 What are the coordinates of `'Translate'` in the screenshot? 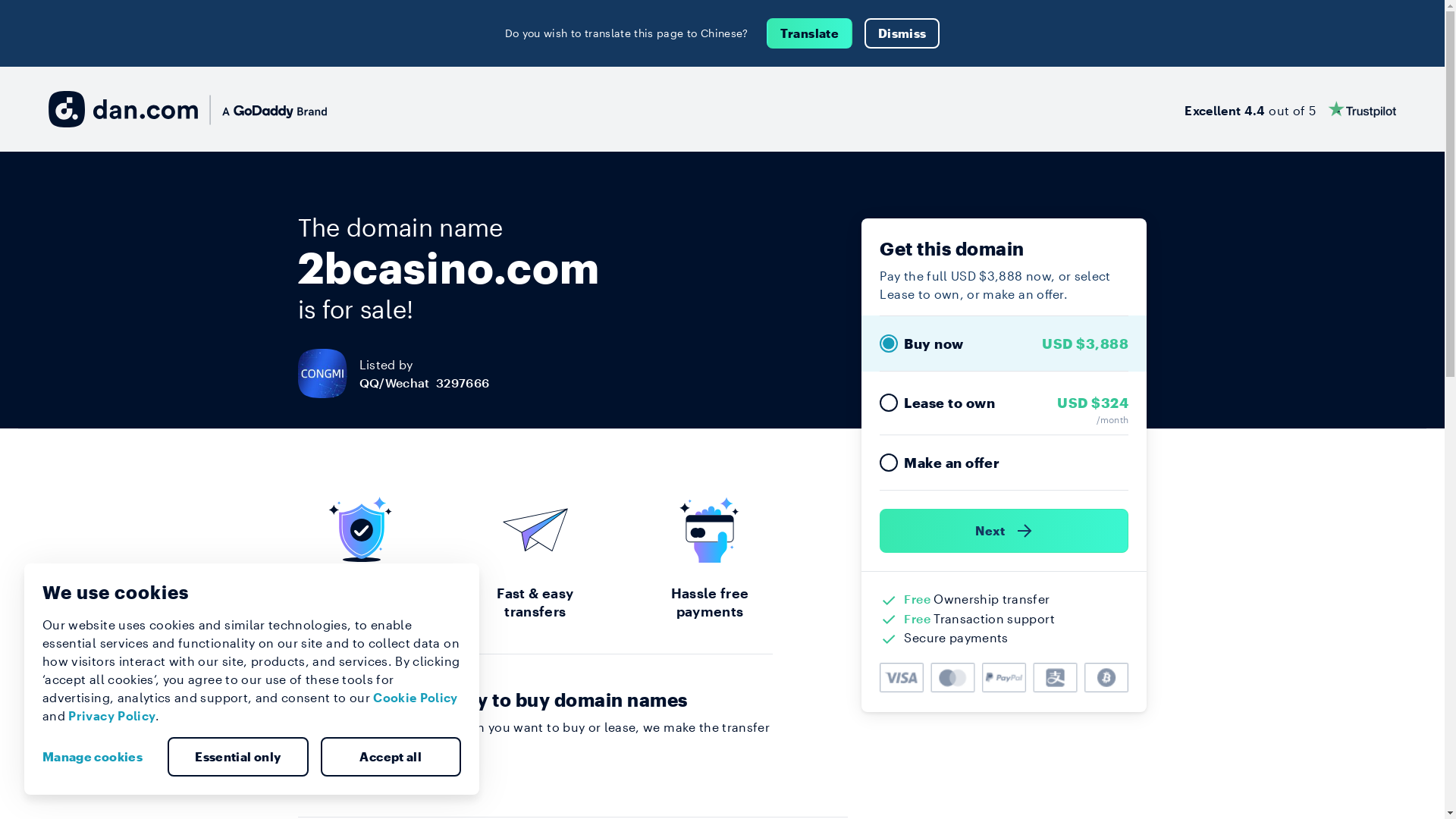 It's located at (808, 33).